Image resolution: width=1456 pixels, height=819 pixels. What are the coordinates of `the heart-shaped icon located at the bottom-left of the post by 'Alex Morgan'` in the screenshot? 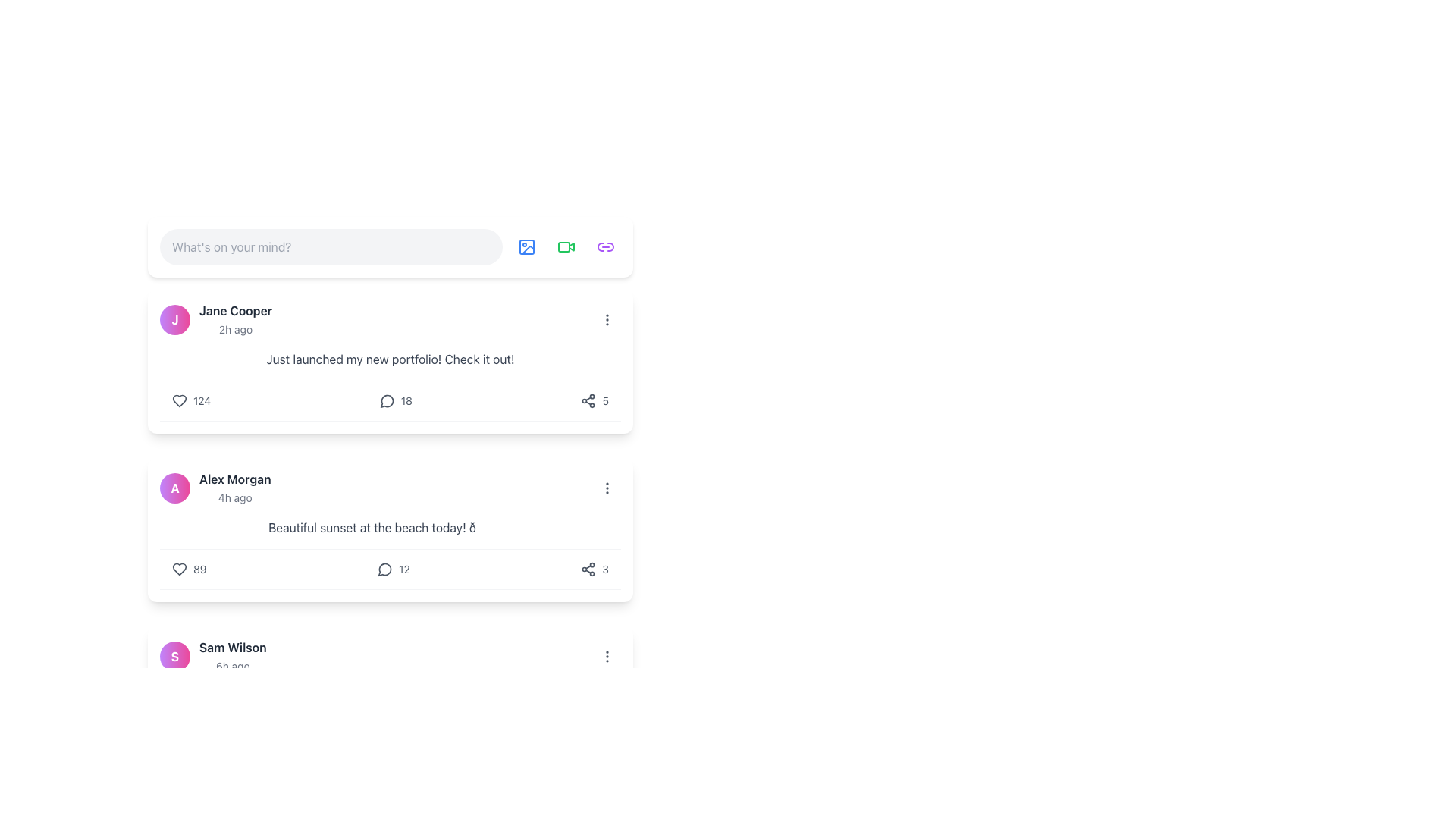 It's located at (179, 570).